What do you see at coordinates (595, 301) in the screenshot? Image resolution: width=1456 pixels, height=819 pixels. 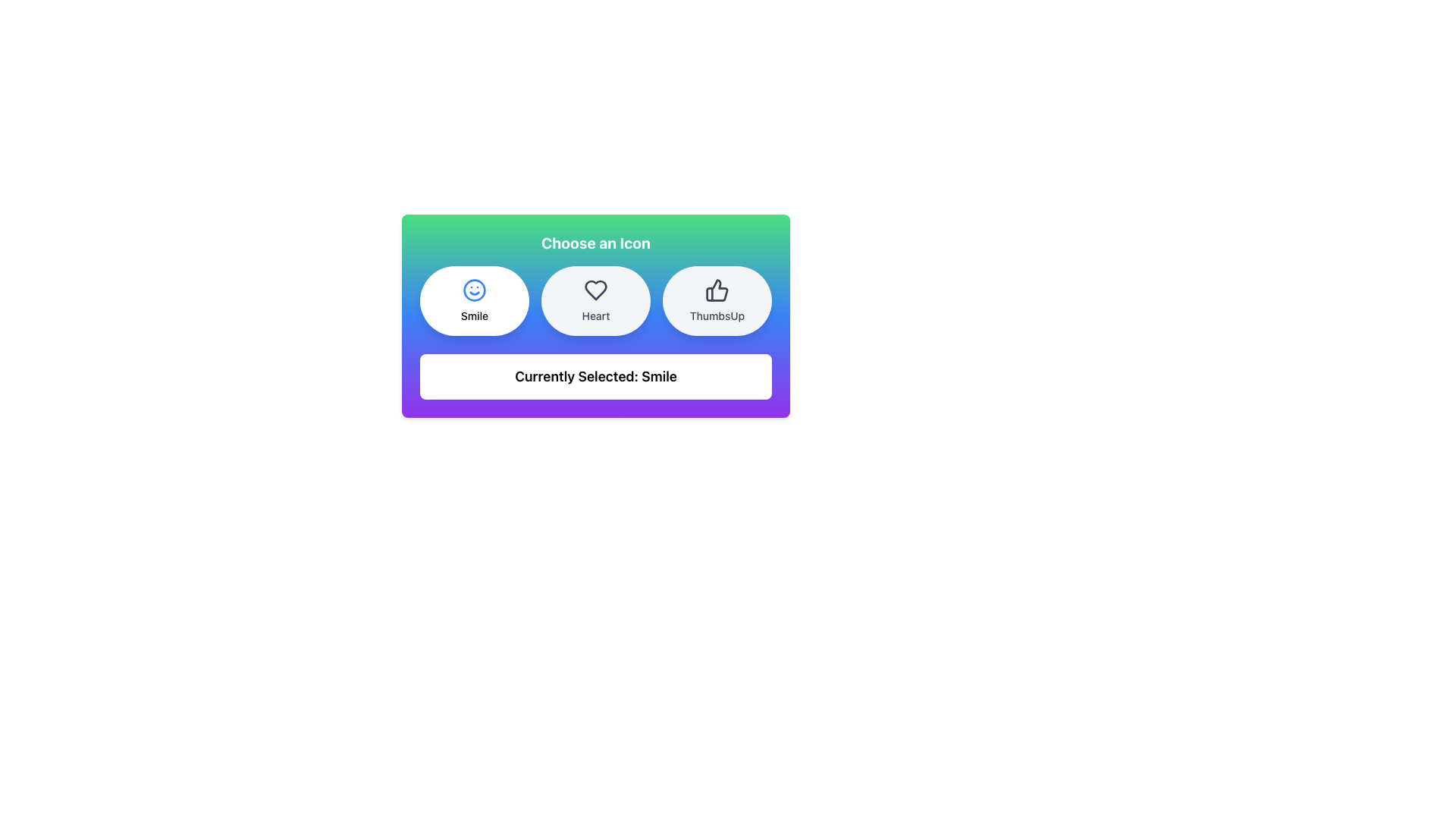 I see `the circular button with a heart-shaped icon and the text 'Heart' displayed below it` at bounding box center [595, 301].